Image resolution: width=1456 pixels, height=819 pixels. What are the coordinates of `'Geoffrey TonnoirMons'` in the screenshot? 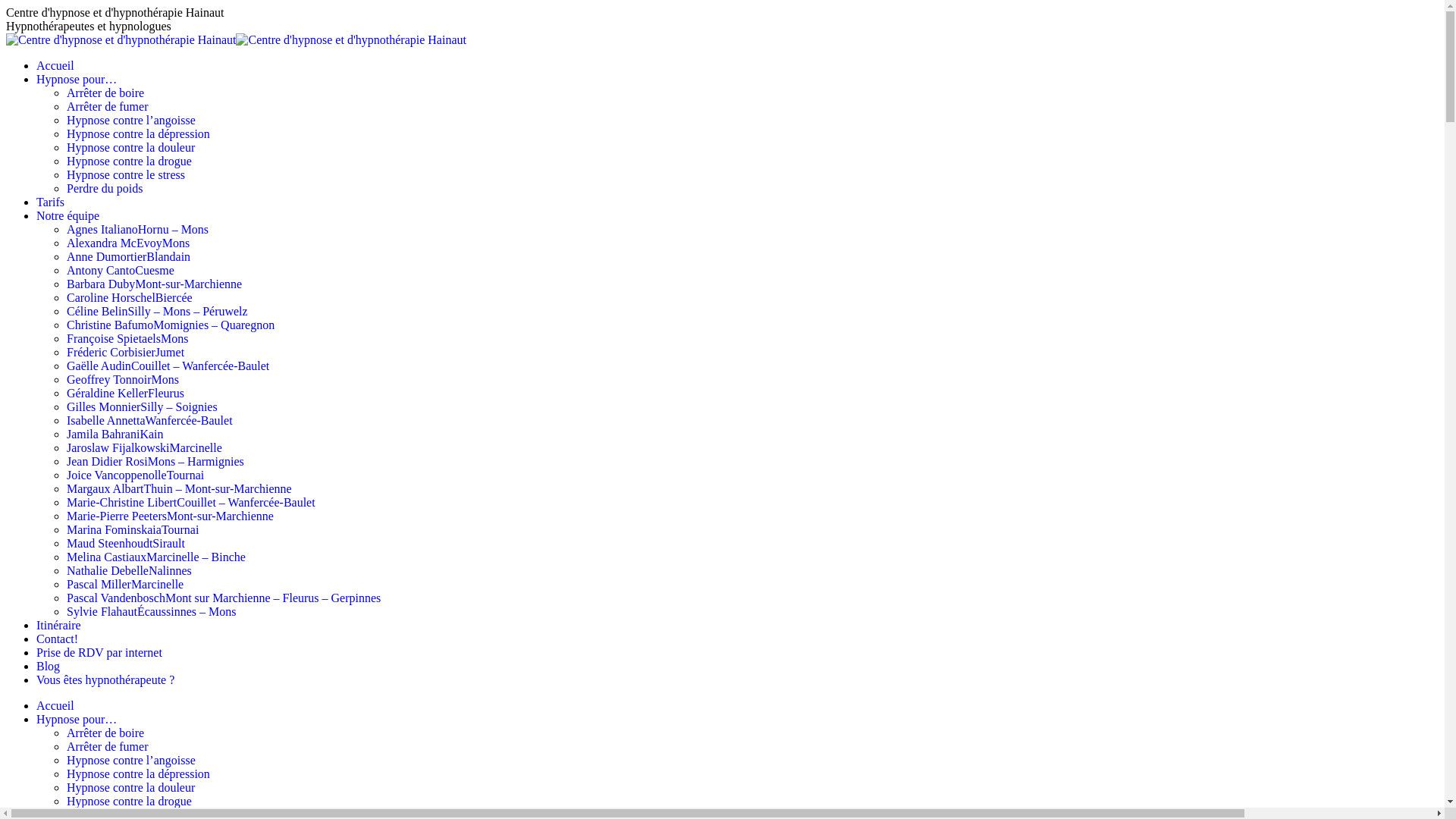 It's located at (123, 378).